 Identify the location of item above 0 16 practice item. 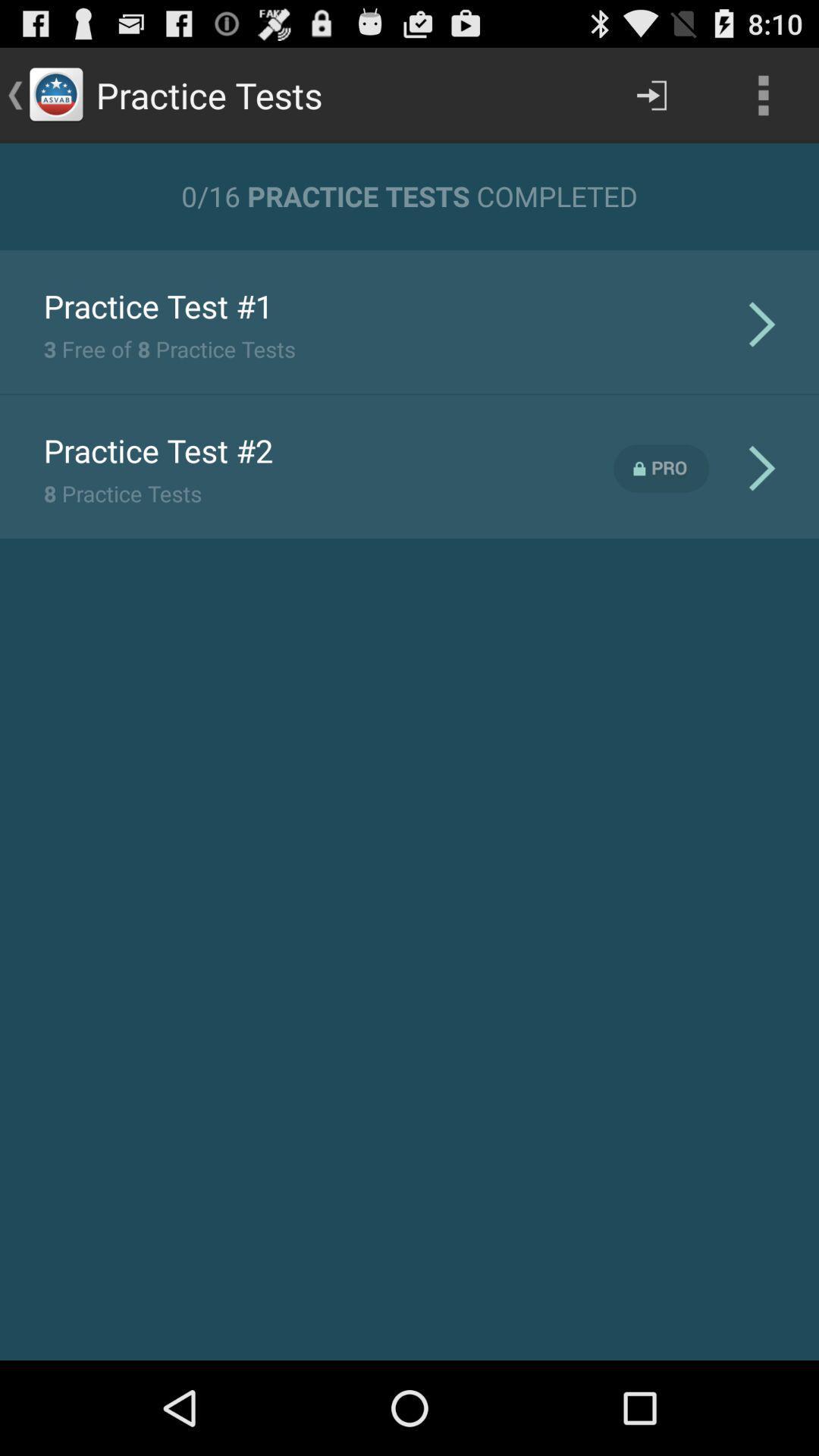
(651, 94).